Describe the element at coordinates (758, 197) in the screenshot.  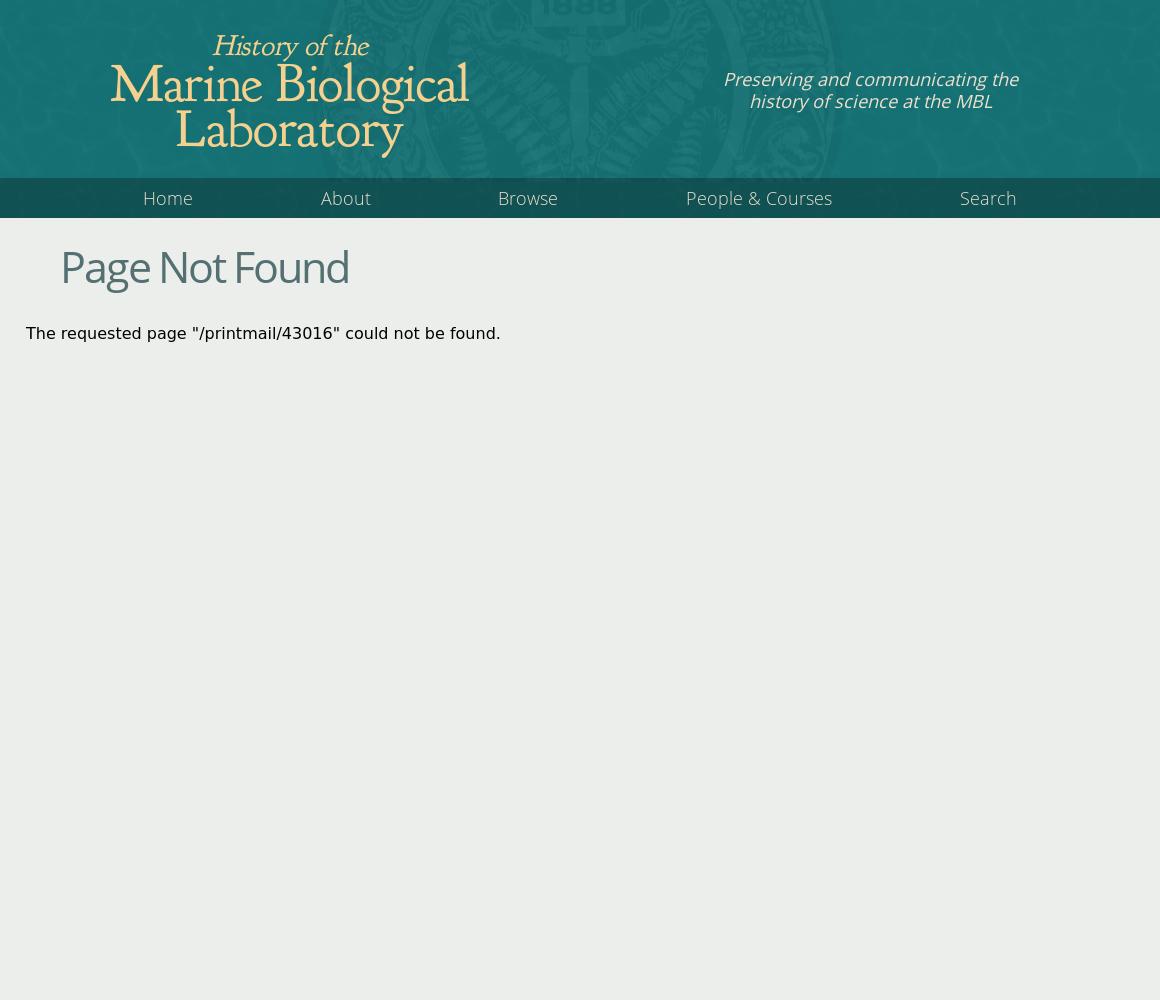
I see `'People & Courses'` at that location.